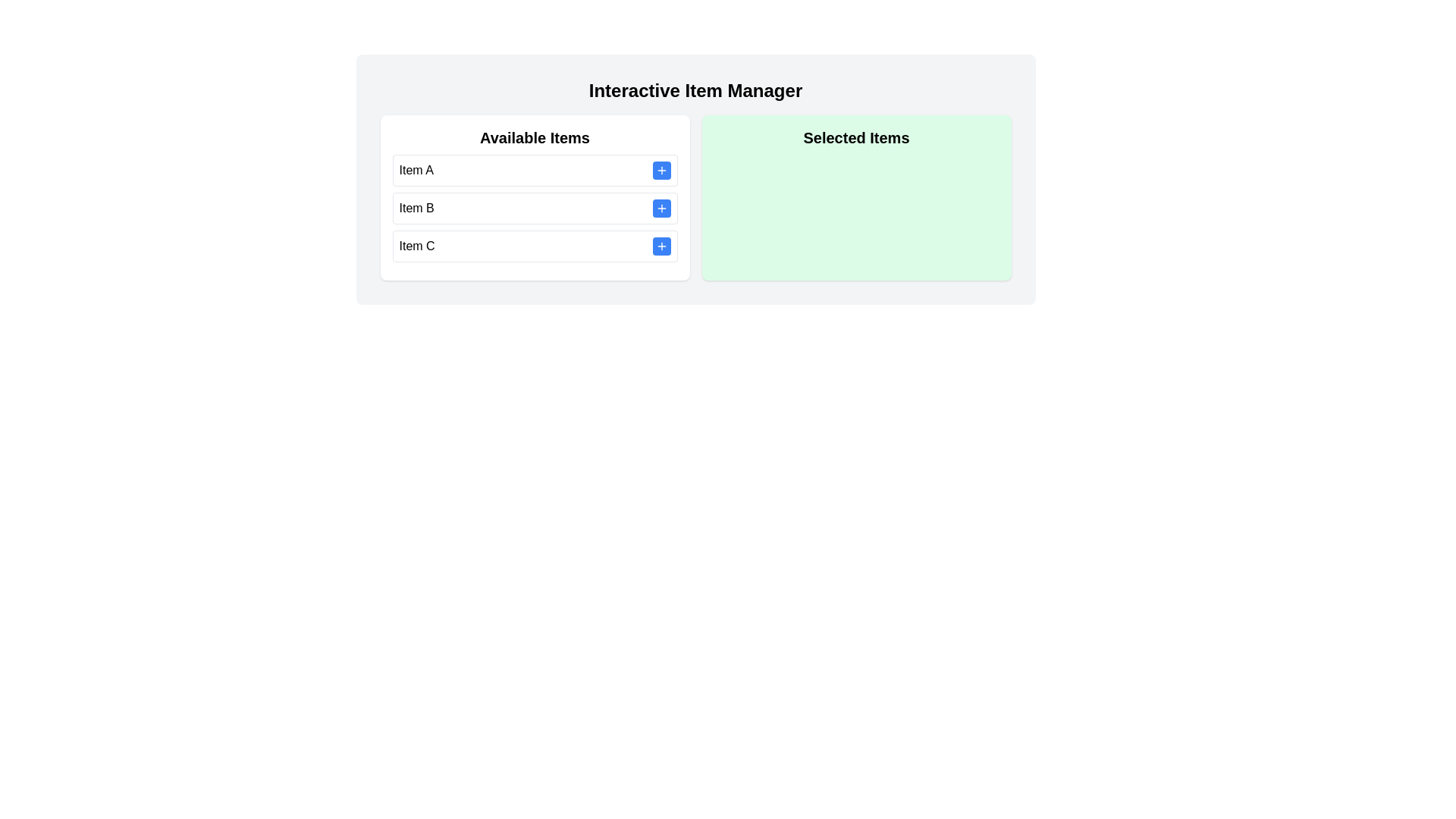  What do you see at coordinates (661, 208) in the screenshot?
I see `the SVG Icon that adds 'Item B' to the Selected Items list, located in the second row adjacent to the label 'Item B'` at bounding box center [661, 208].